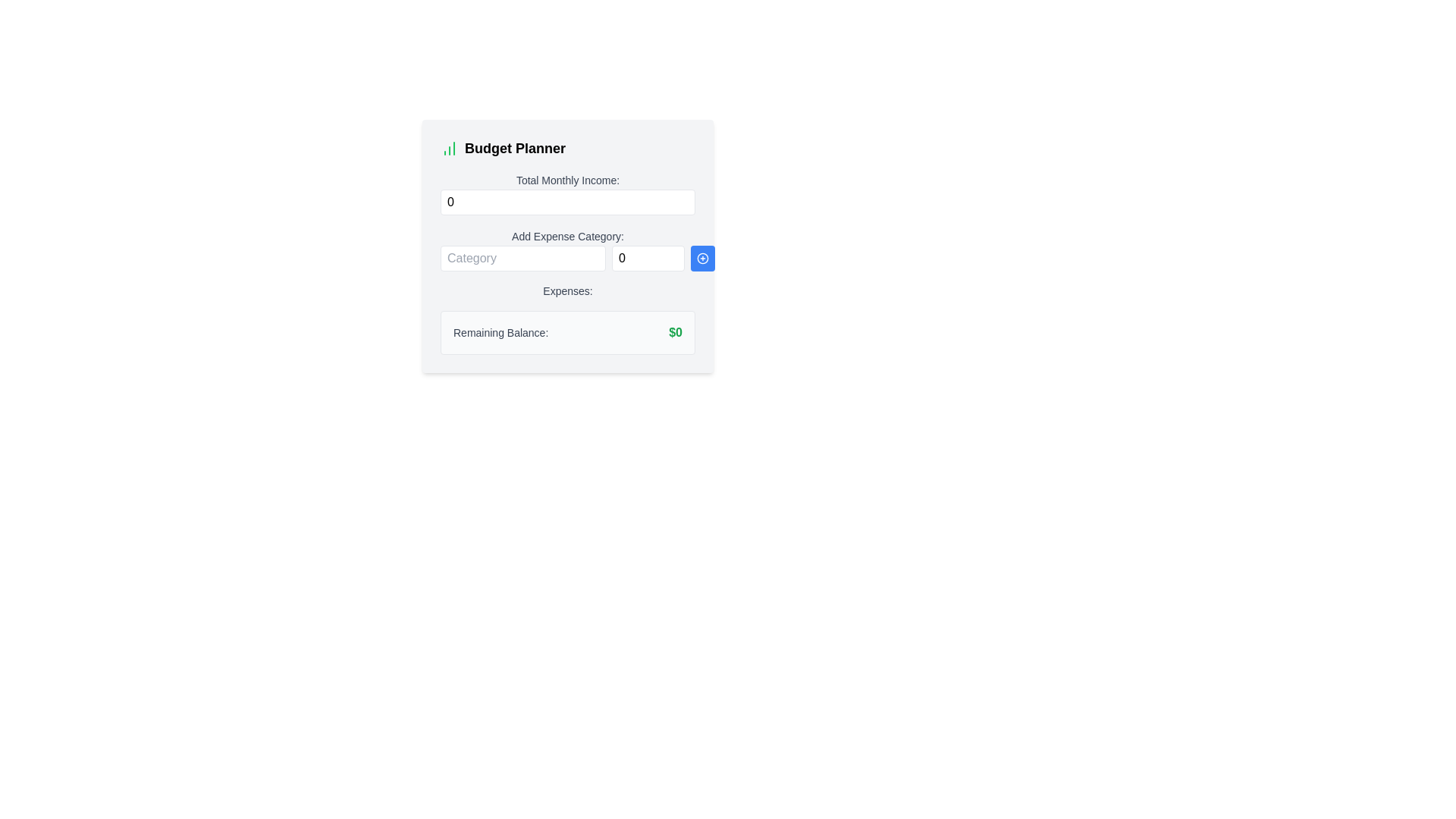  What do you see at coordinates (566, 291) in the screenshot?
I see `the Text label that indicates the section for displaying or inputting expenses, positioned centrally below 'Add Expense Category:' and above 'Remaining Balance:' in the budgeting interface` at bounding box center [566, 291].